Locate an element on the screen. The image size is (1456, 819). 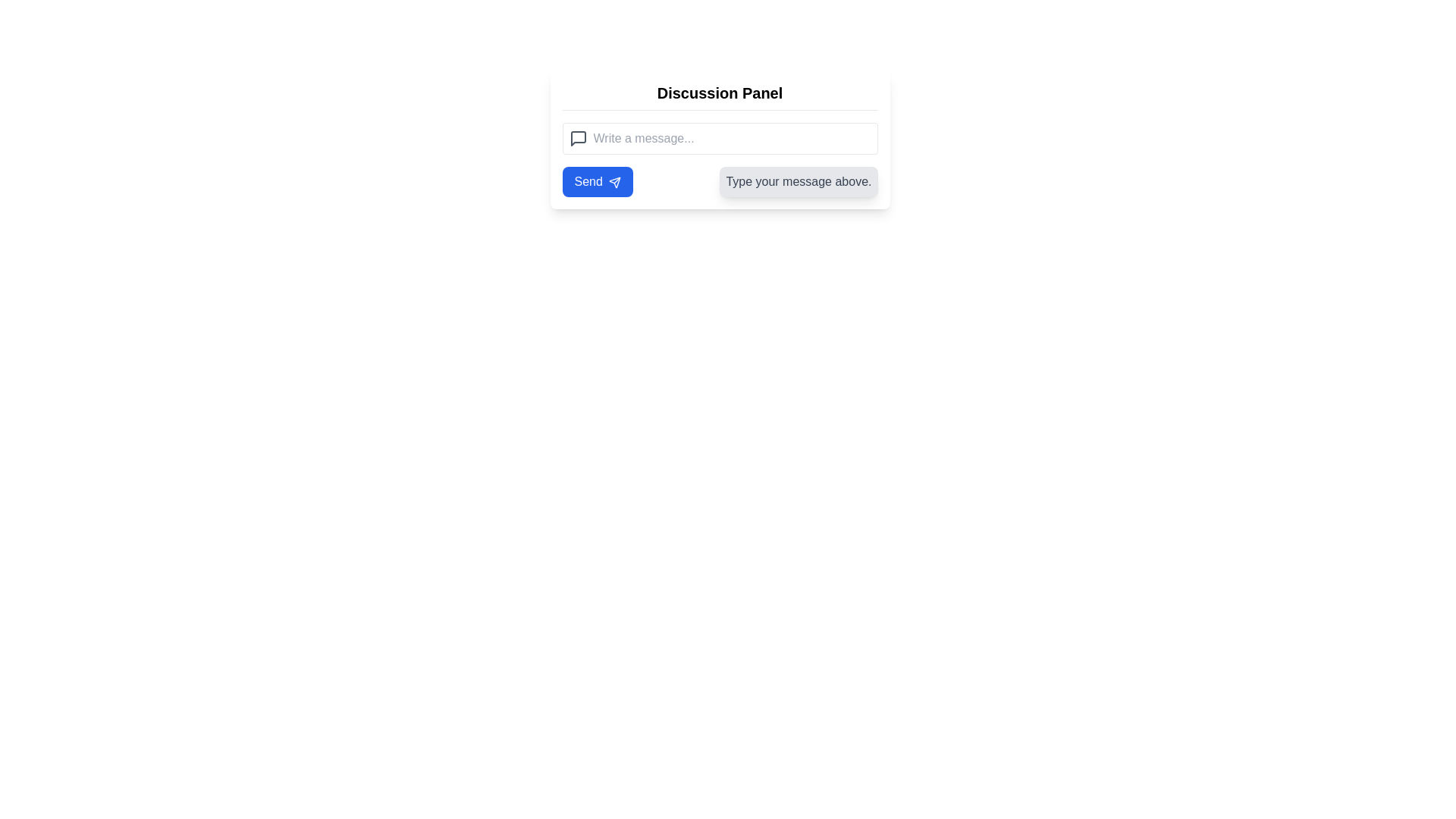
the decorative icon that is part of the 'Send' button located below the input field in the discussion panel, serving as a visual enhancement and styled as an arrow is located at coordinates (615, 181).